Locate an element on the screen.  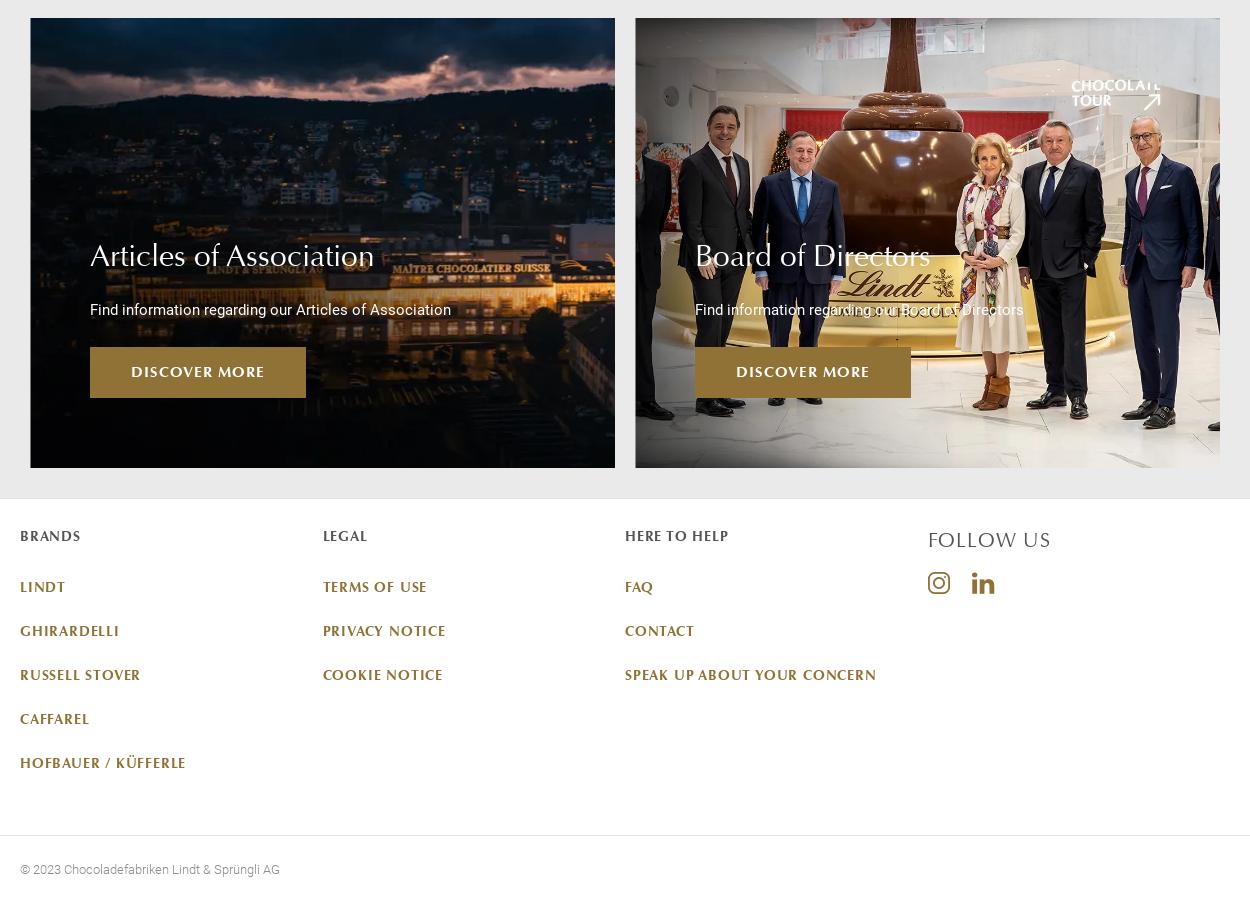
'HERE TO HELP' is located at coordinates (676, 535).